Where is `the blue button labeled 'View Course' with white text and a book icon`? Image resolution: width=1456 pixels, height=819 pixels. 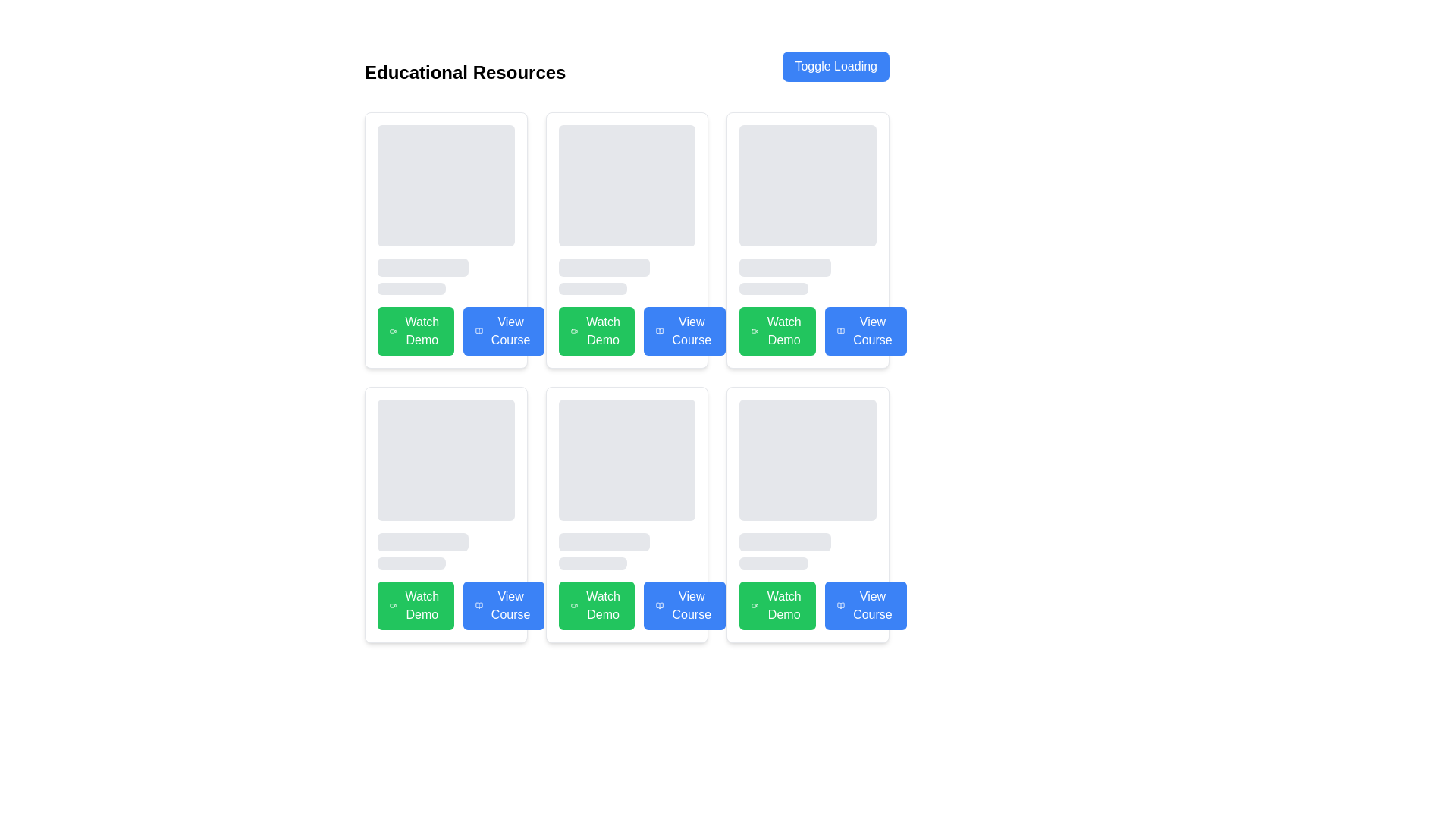 the blue button labeled 'View Course' with white text and a book icon is located at coordinates (504, 330).